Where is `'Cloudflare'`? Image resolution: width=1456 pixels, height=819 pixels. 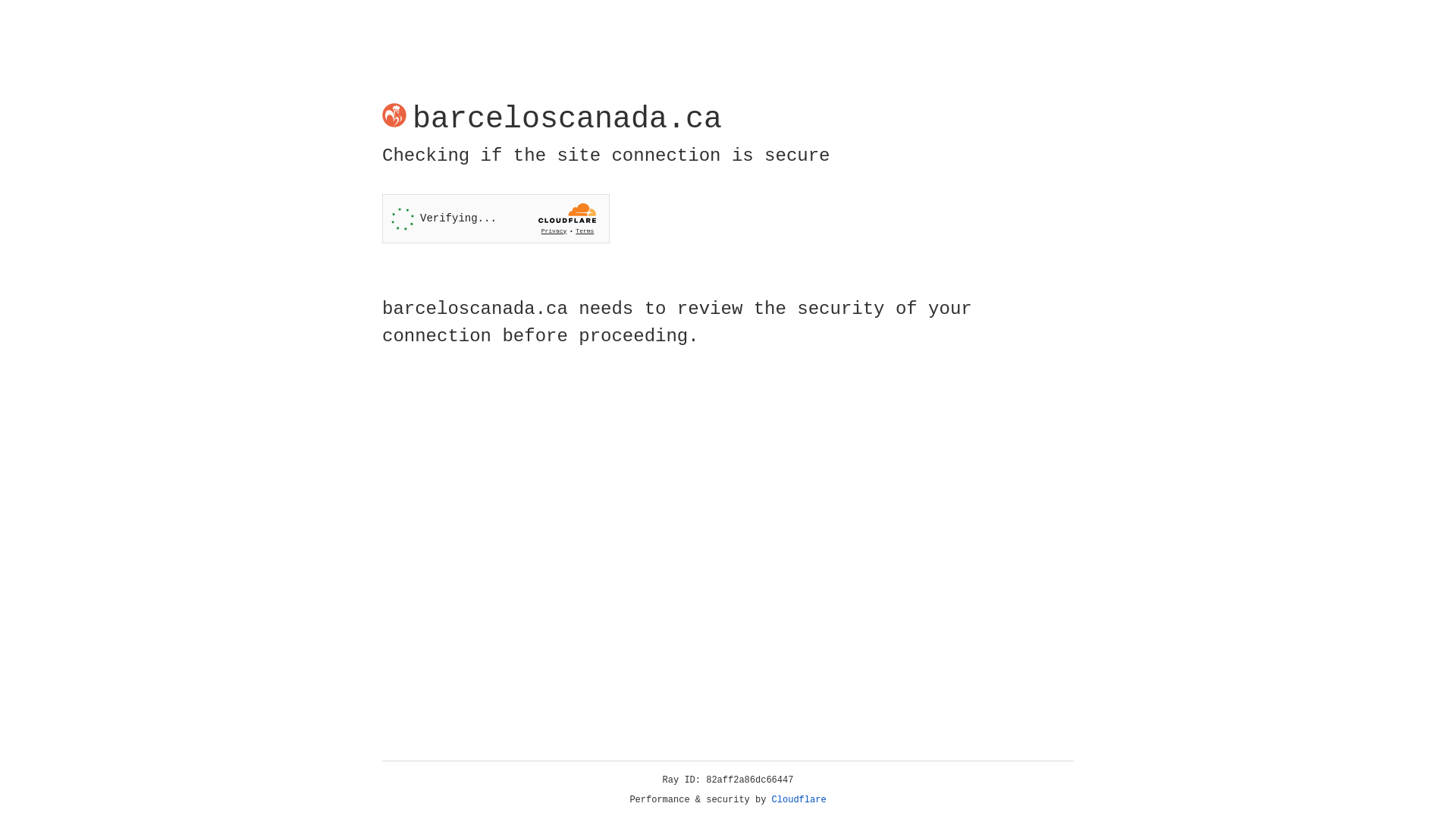 'Cloudflare' is located at coordinates (771, 799).